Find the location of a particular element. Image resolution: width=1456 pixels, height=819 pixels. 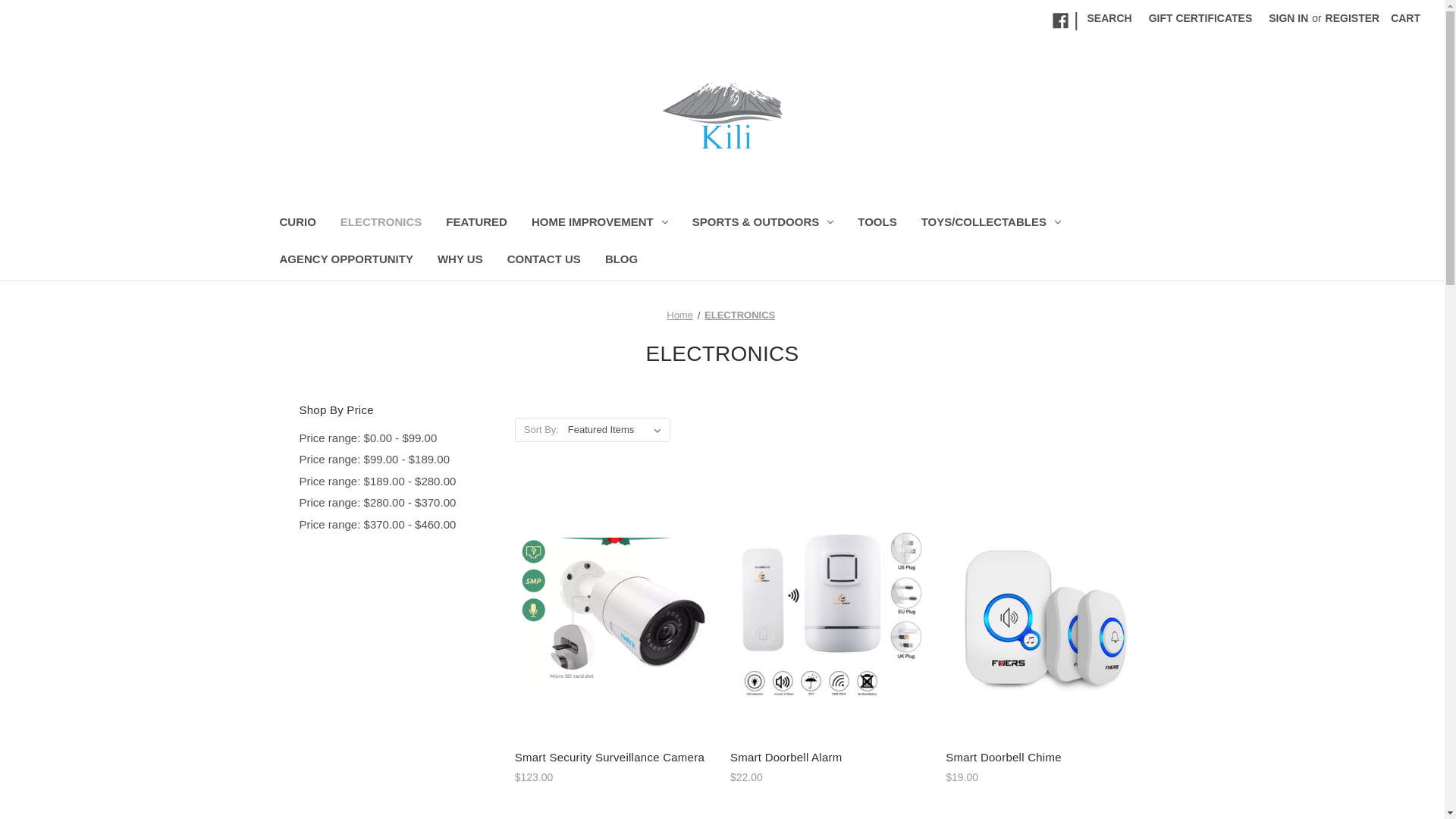

'HOME IMPROVEMENT' is located at coordinates (599, 224).